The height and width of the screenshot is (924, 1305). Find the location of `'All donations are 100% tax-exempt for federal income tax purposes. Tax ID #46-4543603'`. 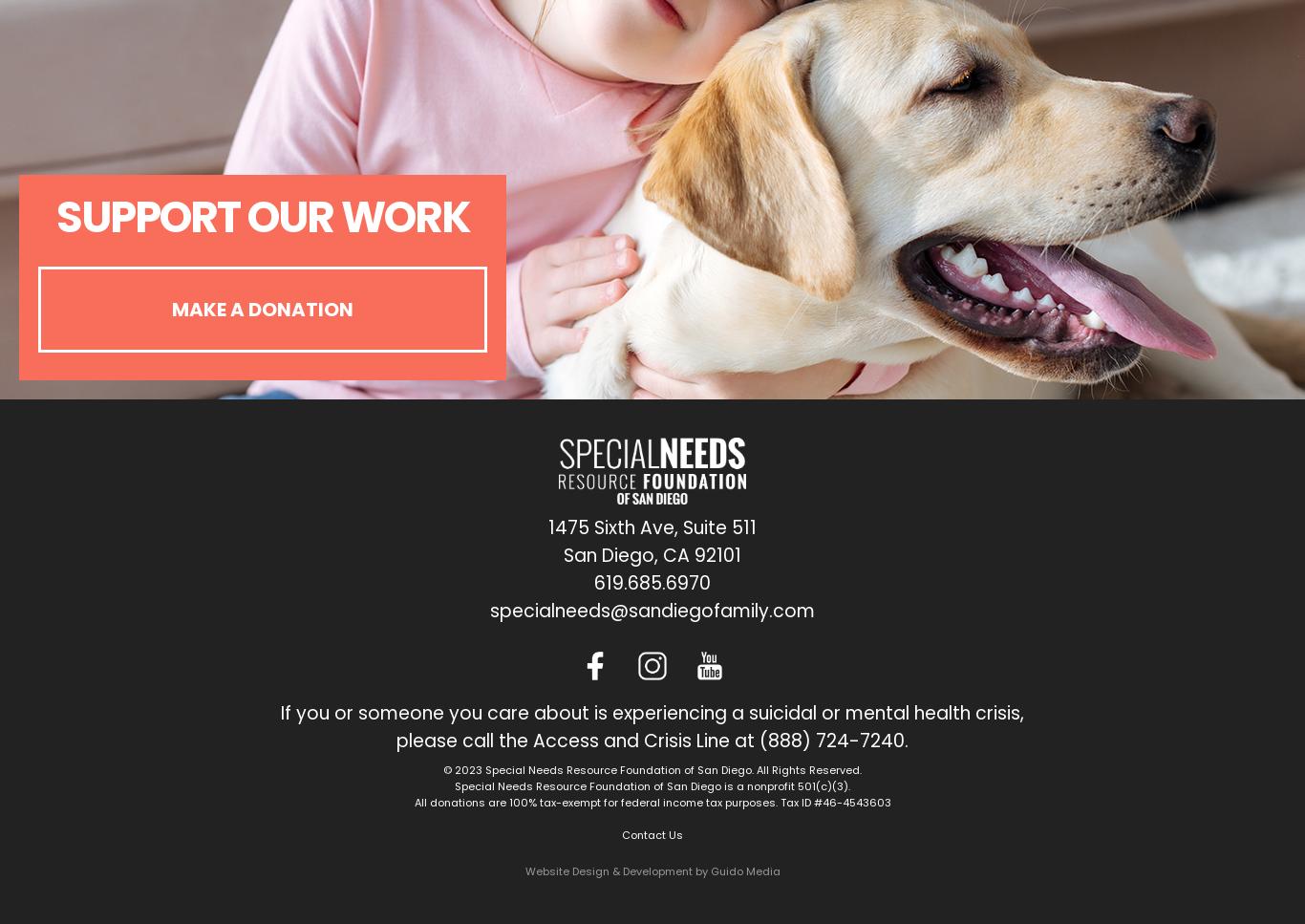

'All donations are 100% tax-exempt for federal income tax purposes. Tax ID #46-4543603' is located at coordinates (651, 801).